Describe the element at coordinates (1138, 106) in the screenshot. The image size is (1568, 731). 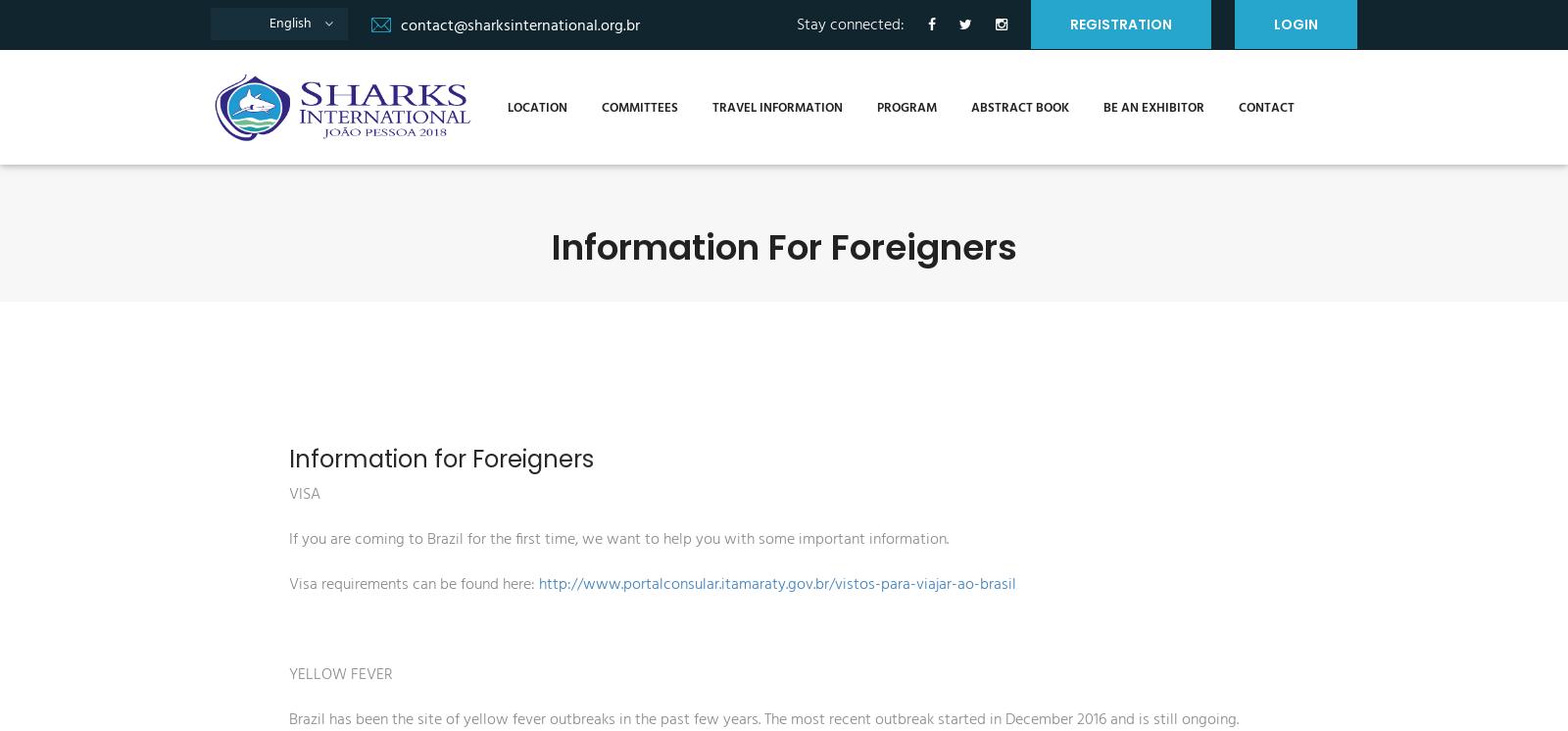
I see `'Be an Exhibitor'` at that location.